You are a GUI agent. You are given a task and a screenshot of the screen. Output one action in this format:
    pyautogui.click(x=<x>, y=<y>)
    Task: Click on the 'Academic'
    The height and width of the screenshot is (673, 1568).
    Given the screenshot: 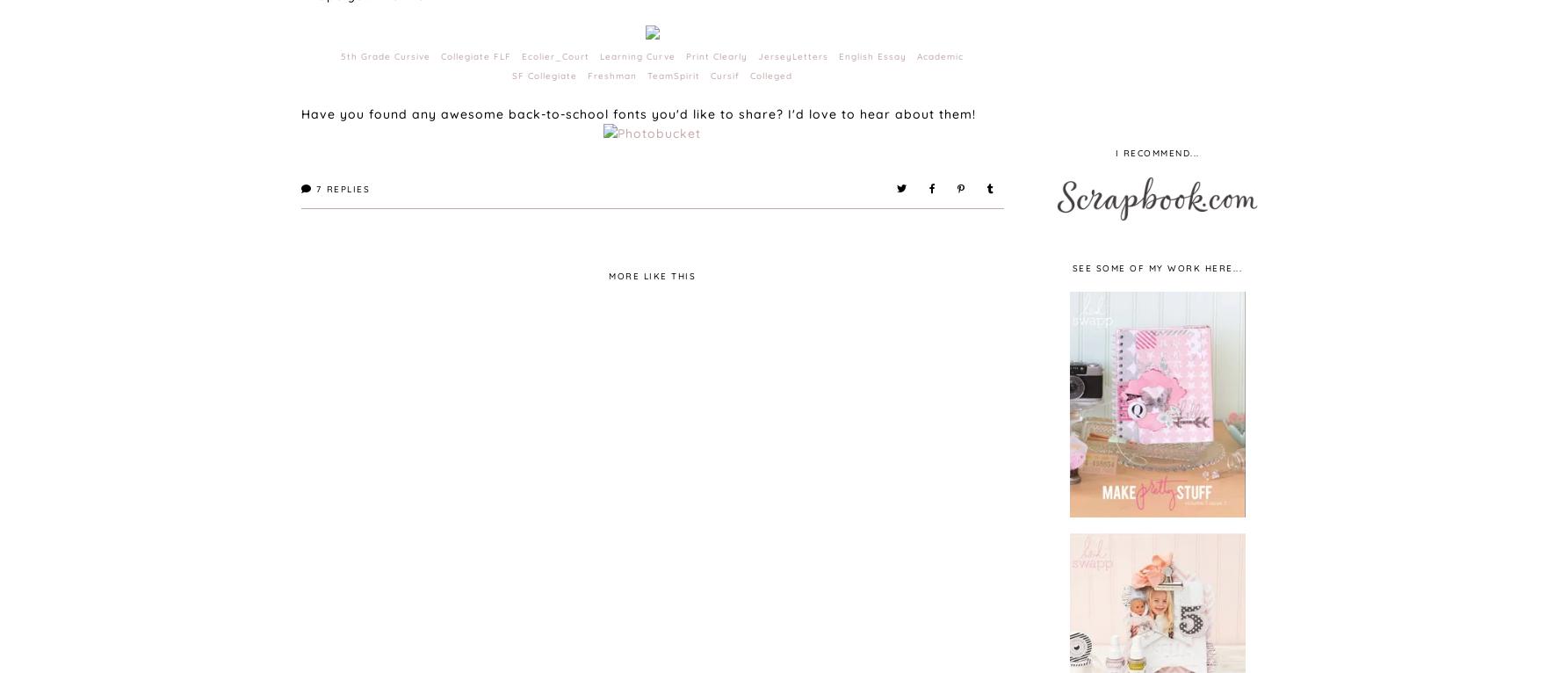 What is the action you would take?
    pyautogui.click(x=940, y=55)
    